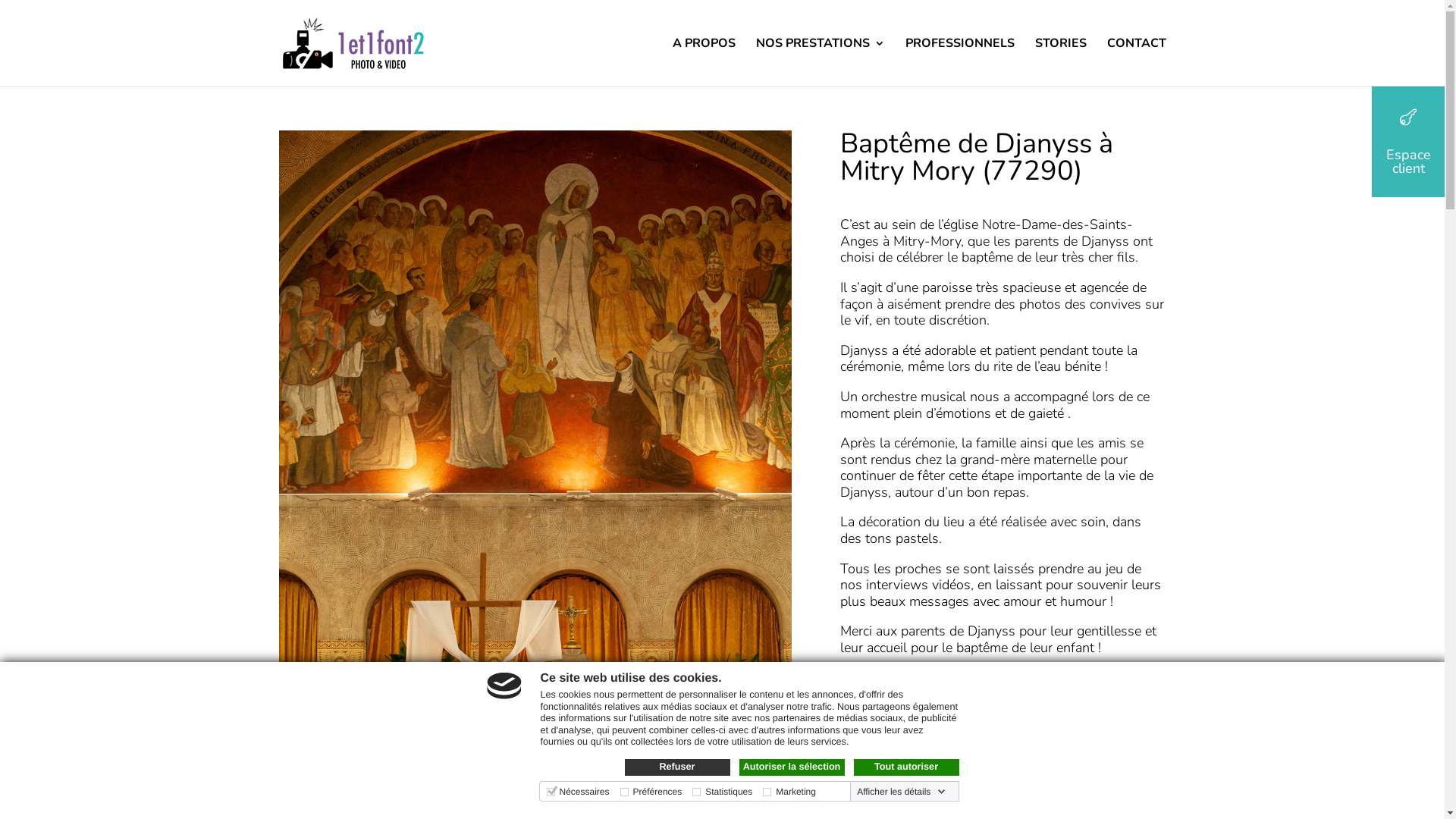 This screenshot has width=1456, height=819. Describe the element at coordinates (671, 61) in the screenshot. I see `'A PROPOS'` at that location.